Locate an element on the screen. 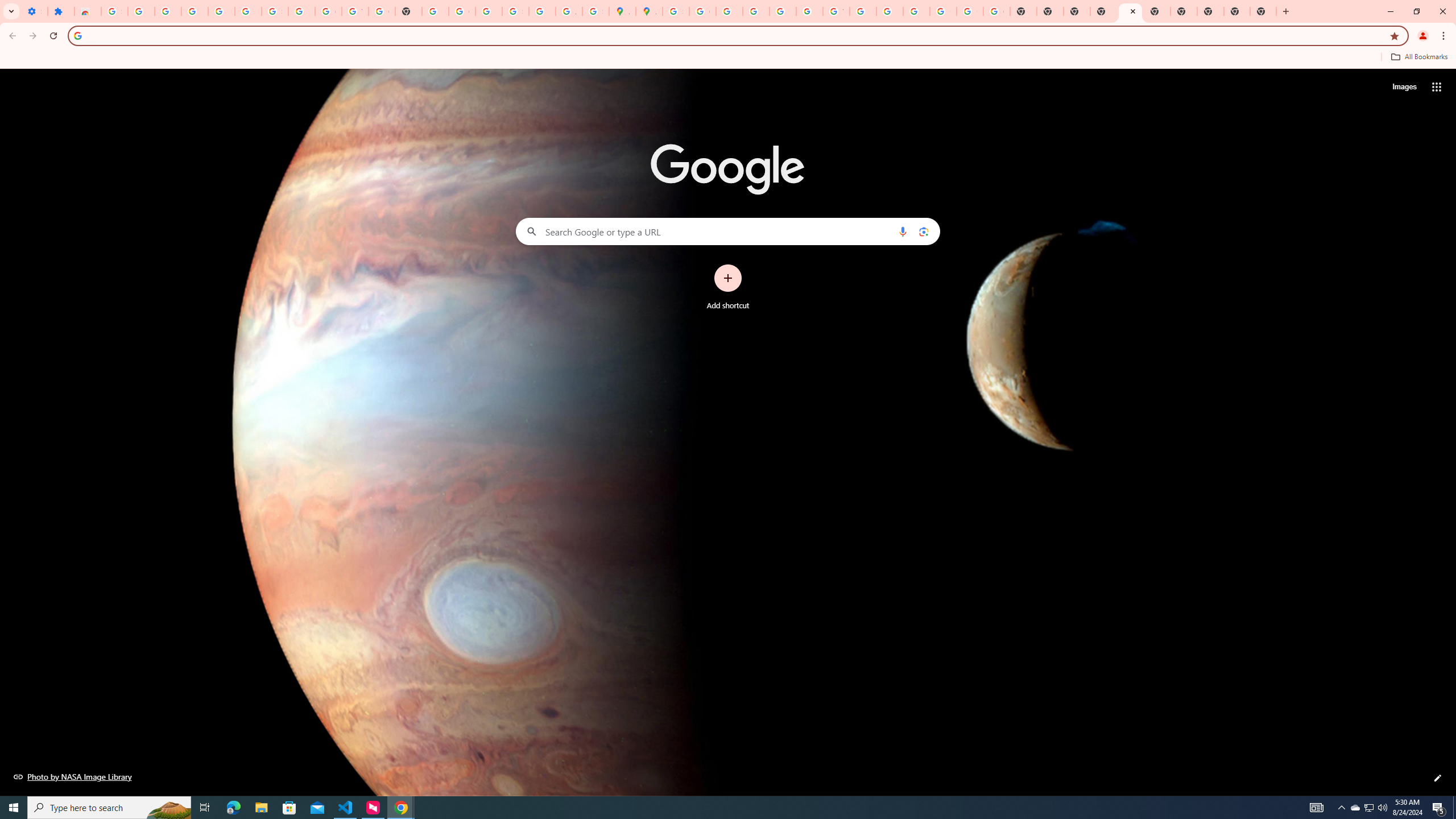 The image size is (1456, 819). 'Customize this page' is located at coordinates (1437, 777).